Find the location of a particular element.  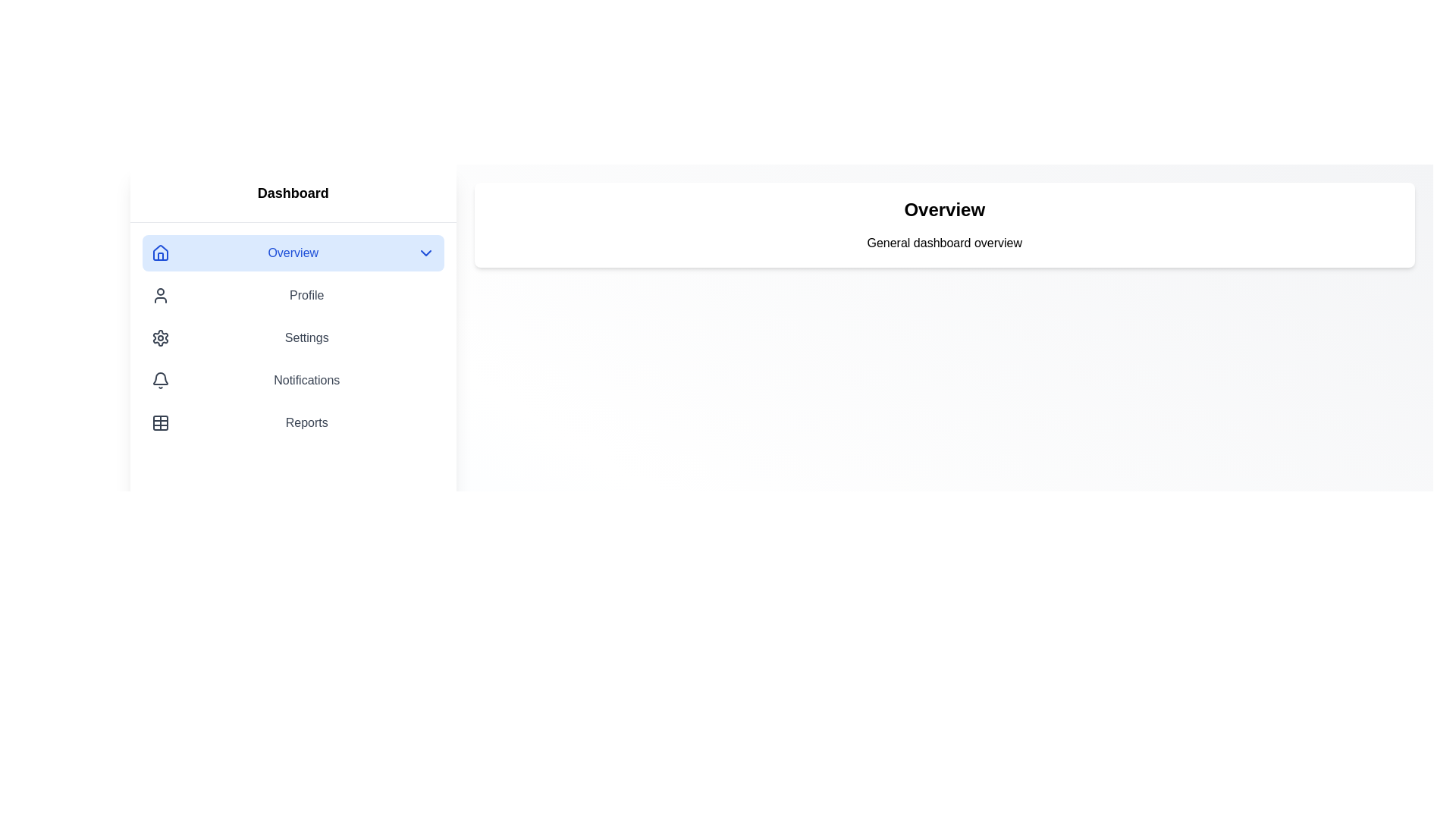

the menu item Overview in the sidebar to navigate to its respective content is located at coordinates (293, 253).